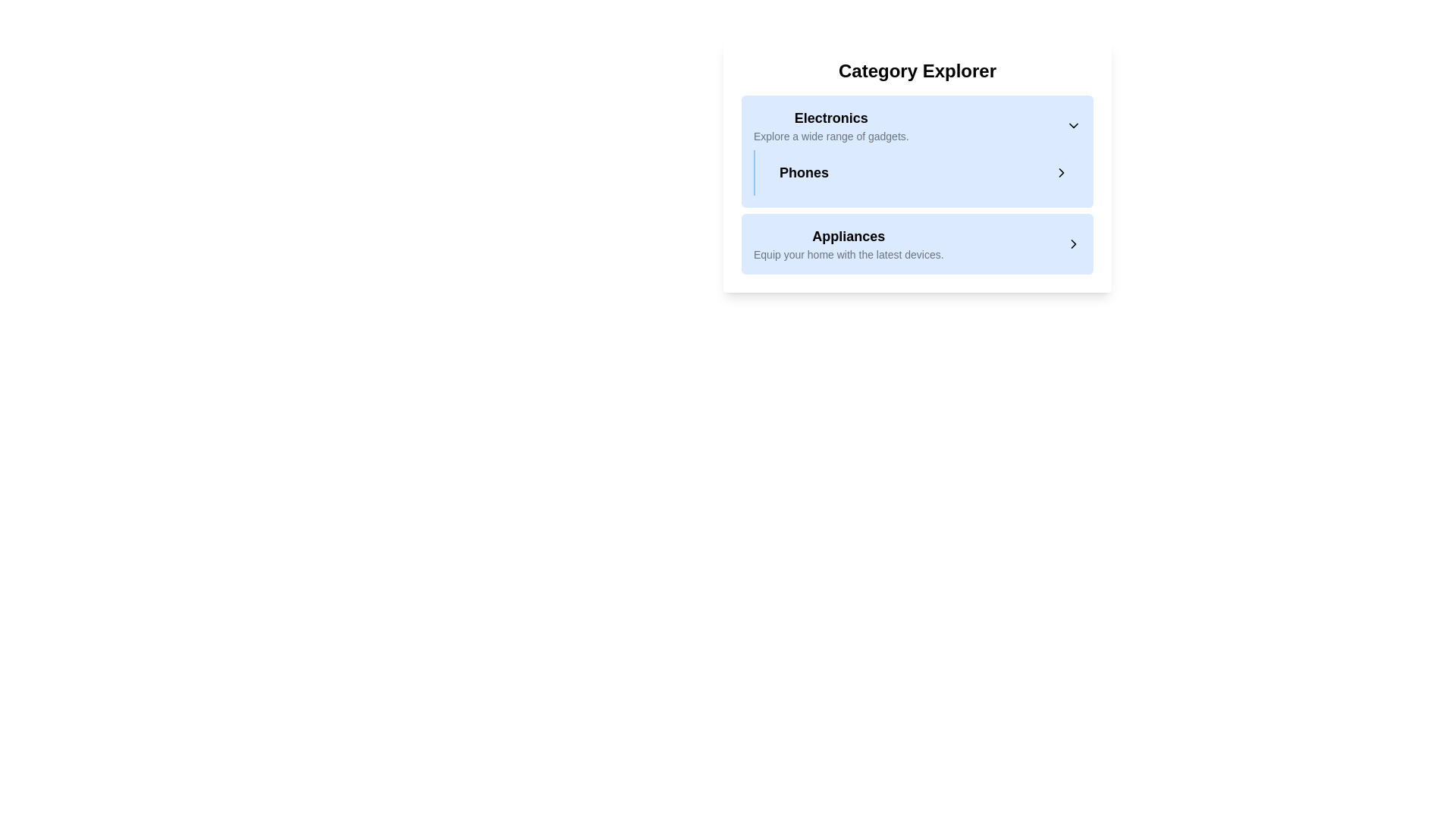 The width and height of the screenshot is (1456, 819). What do you see at coordinates (830, 136) in the screenshot?
I see `the static text informational label located below the 'Electronics' title, which serves as a descriptive subtitle` at bounding box center [830, 136].